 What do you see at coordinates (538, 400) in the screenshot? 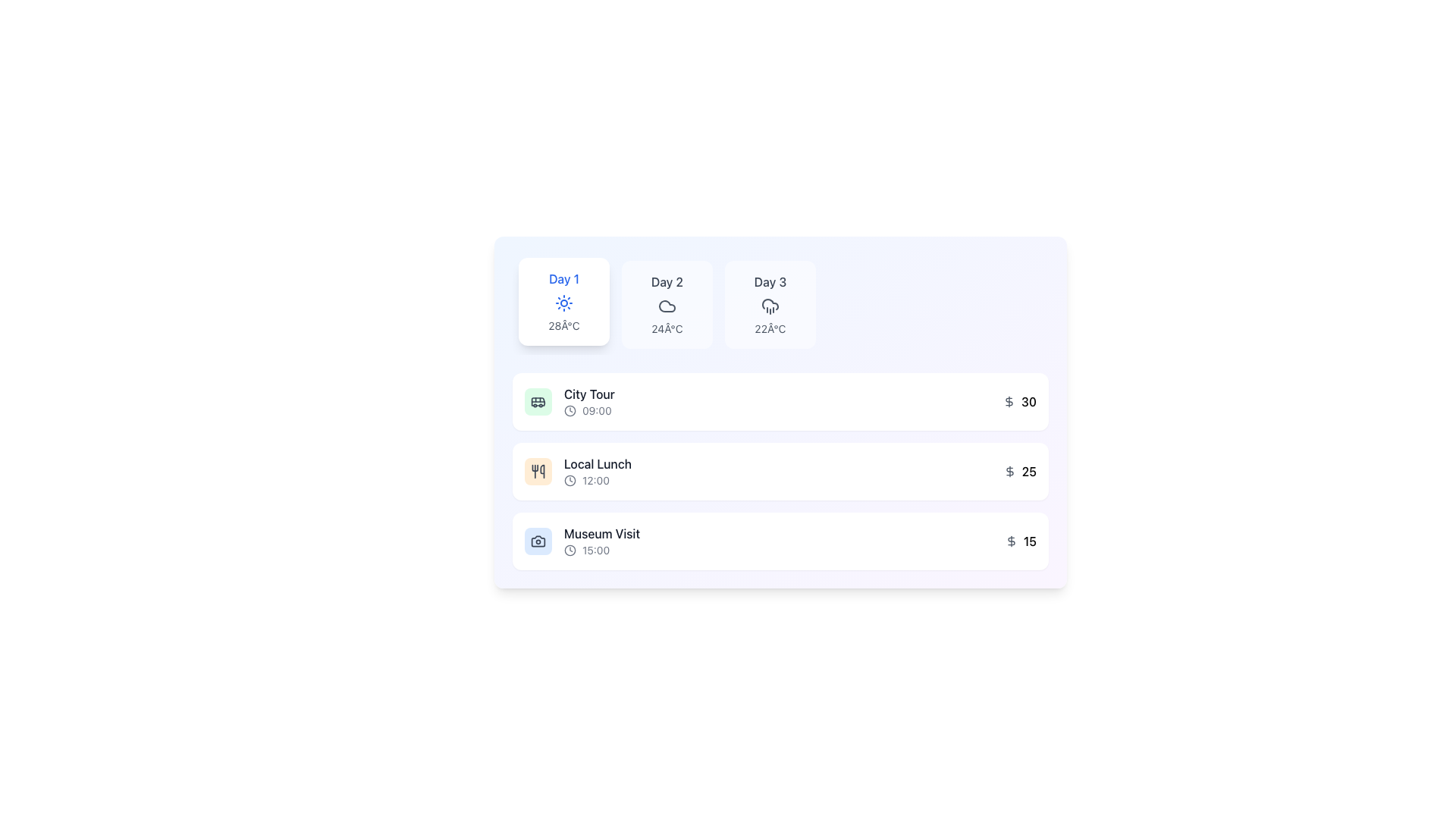
I see `the bus icon, which is located within the first card of activities, to the left of the 'City Tour' text and time indicator` at bounding box center [538, 400].